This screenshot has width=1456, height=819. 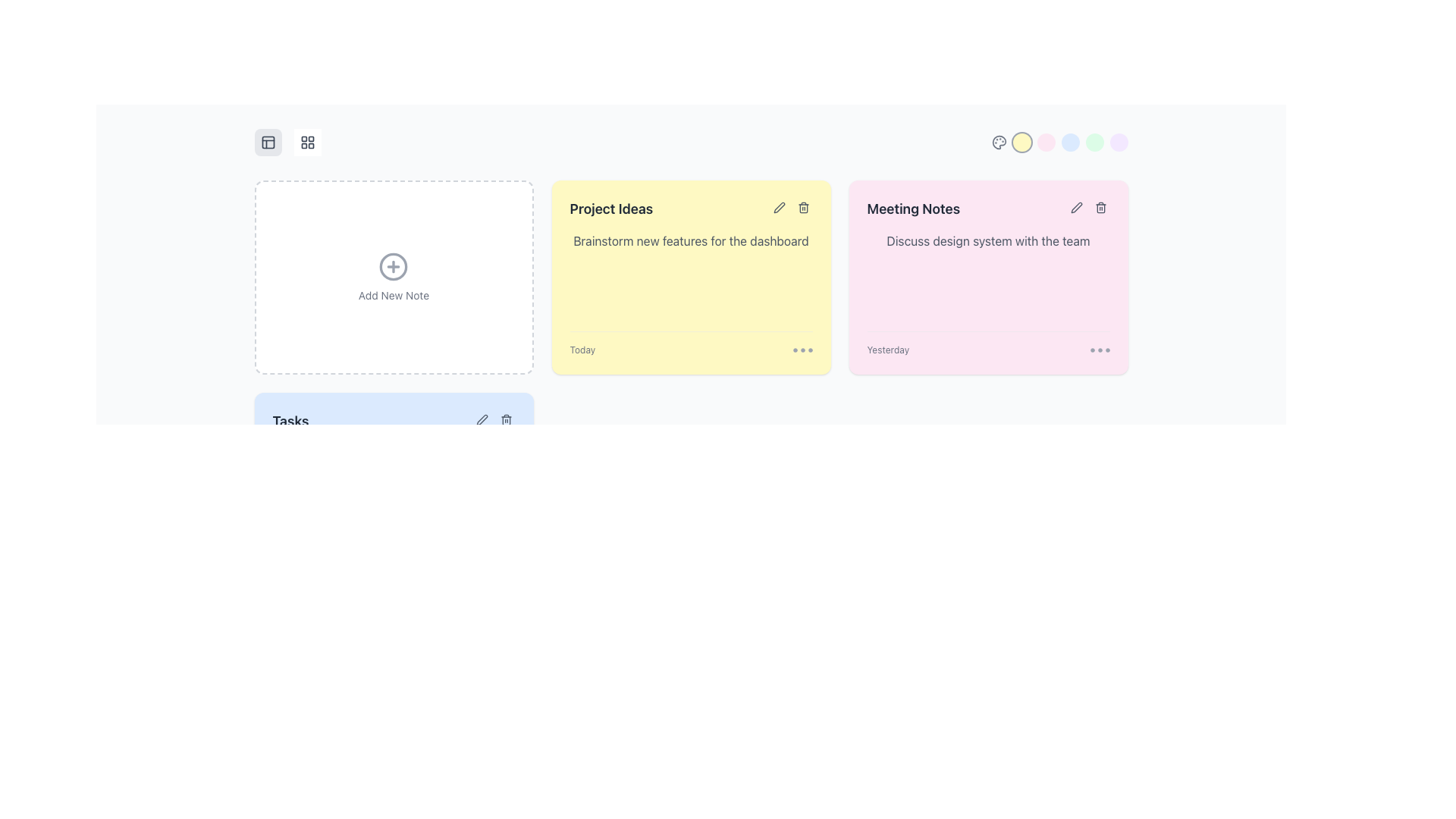 I want to click on the delete button with an icon located within the 'Meeting Notes' card, so click(x=1100, y=207).